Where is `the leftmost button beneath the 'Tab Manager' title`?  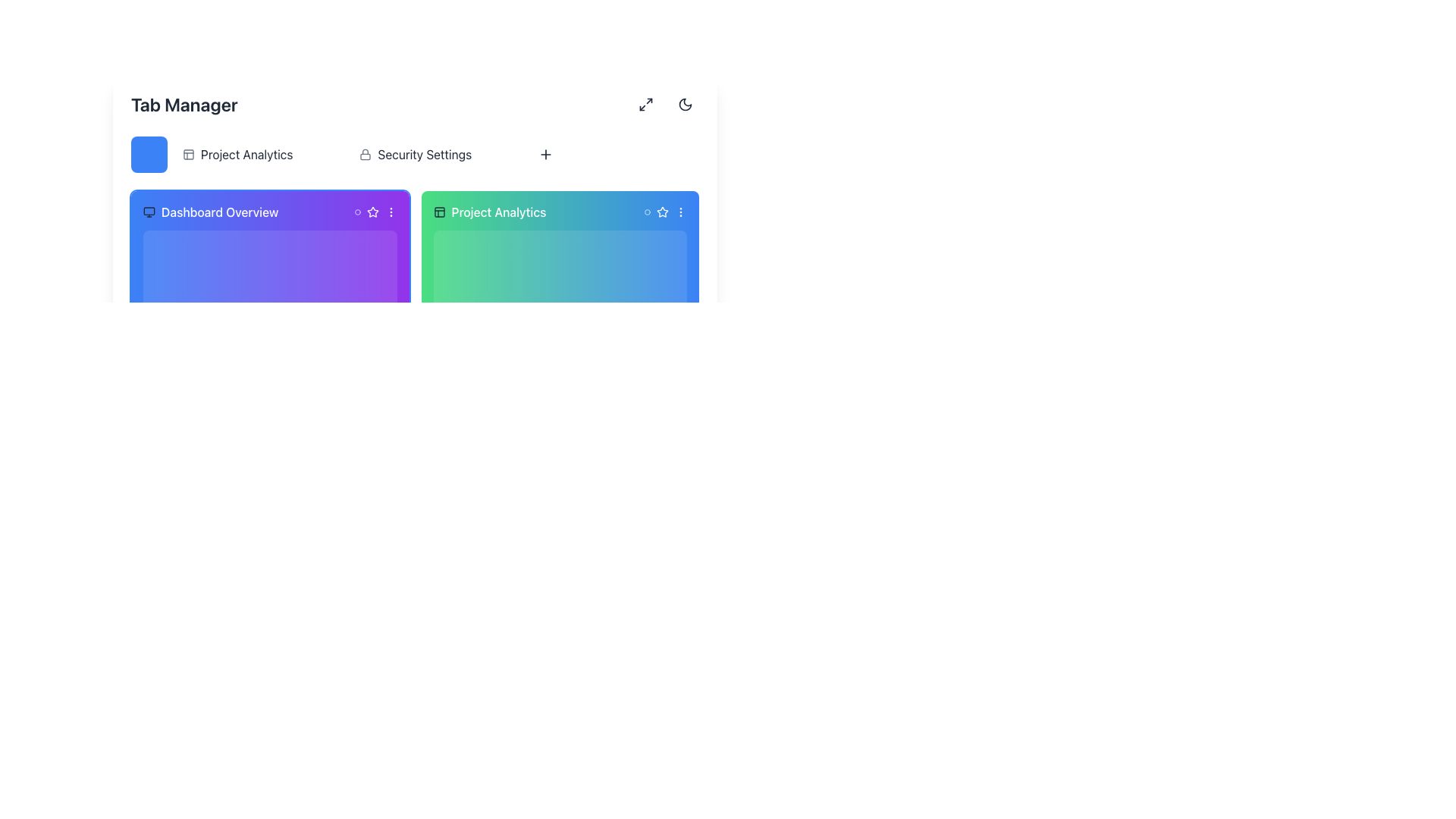
the leftmost button beneath the 'Tab Manager' title is located at coordinates (149, 155).